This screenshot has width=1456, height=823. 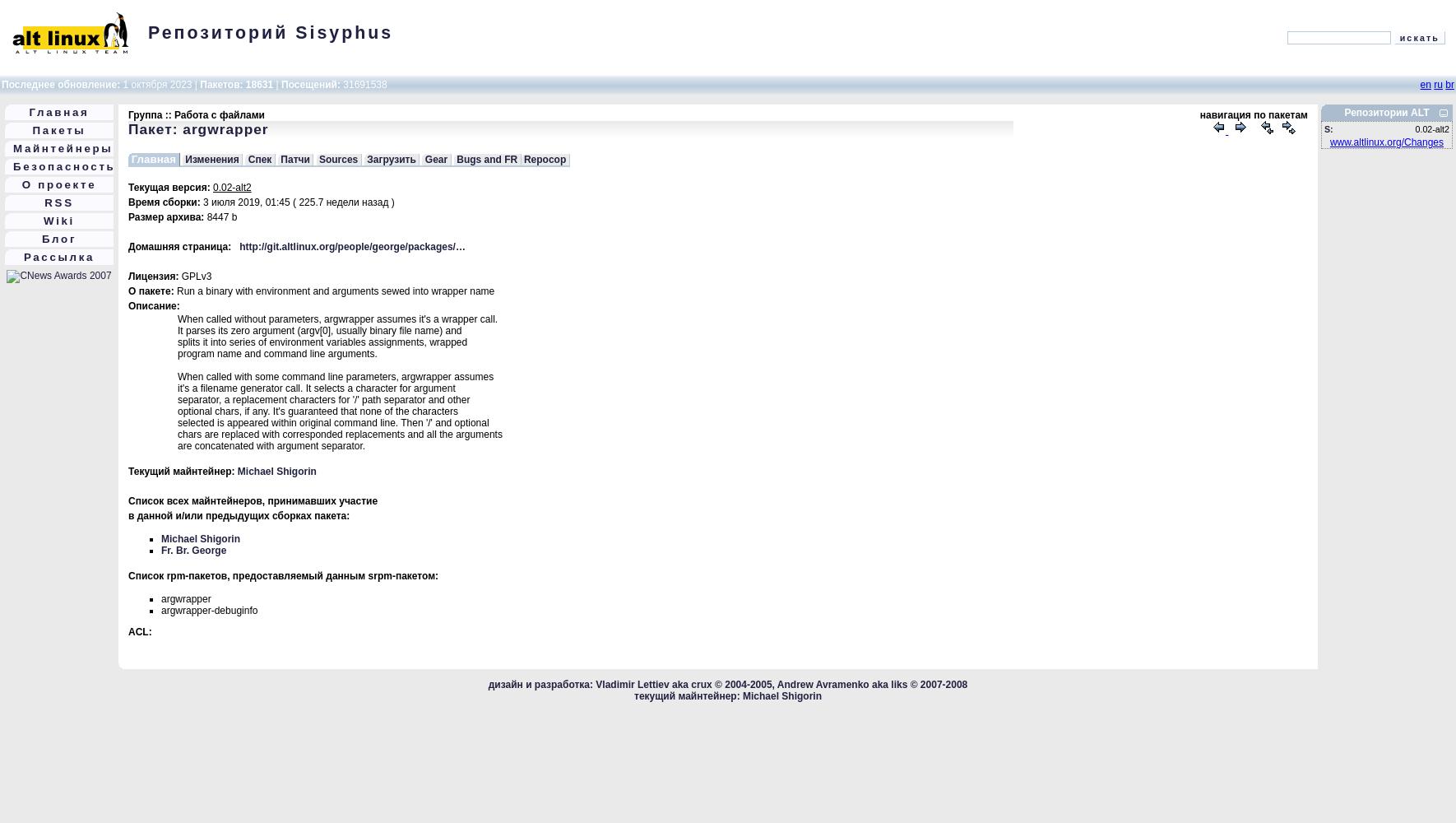 I want to click on 'Fr. Br. George', so click(x=193, y=550).